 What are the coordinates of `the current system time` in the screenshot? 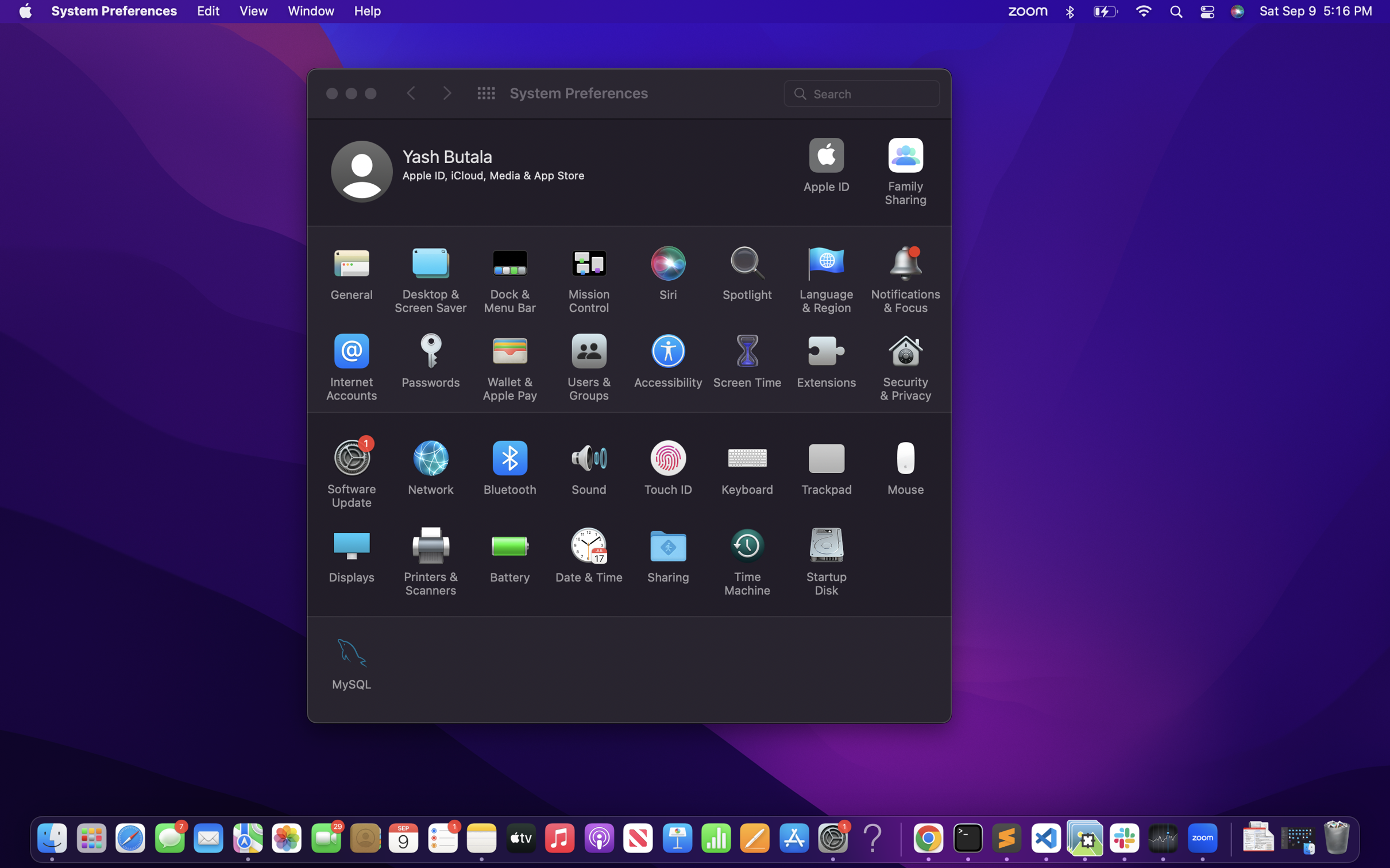 It's located at (589, 557).